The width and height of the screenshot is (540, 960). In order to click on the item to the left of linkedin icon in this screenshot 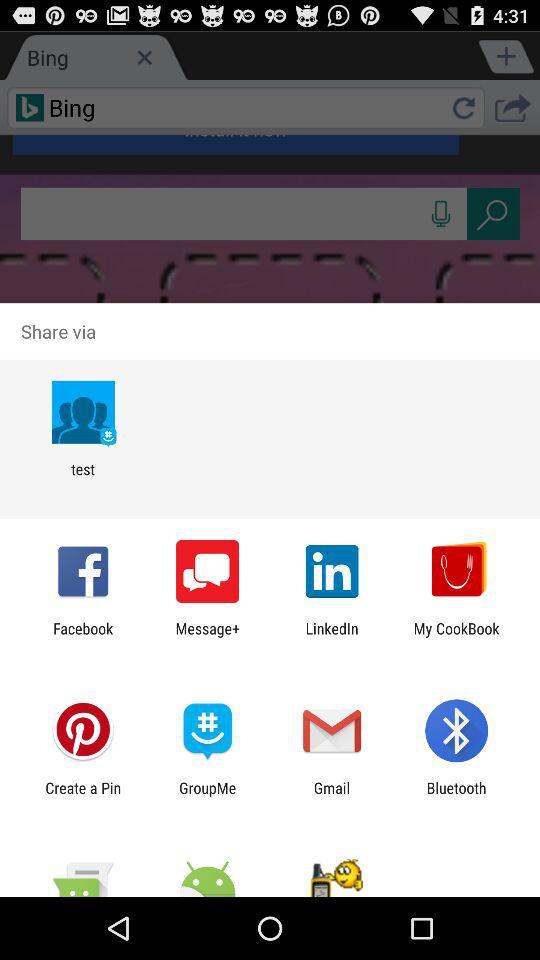, I will do `click(206, 636)`.